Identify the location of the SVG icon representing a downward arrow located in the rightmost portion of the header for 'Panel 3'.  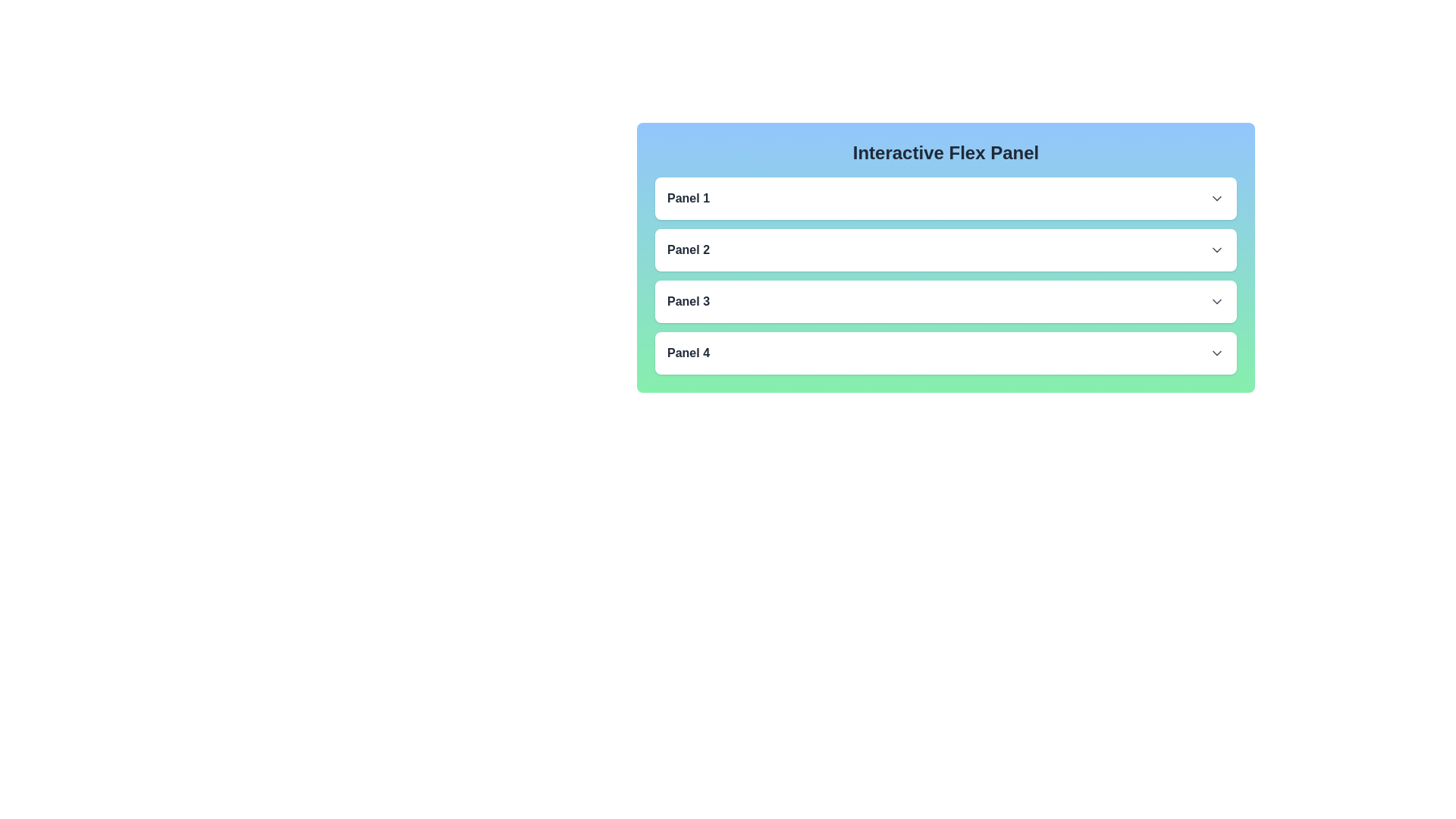
(1216, 301).